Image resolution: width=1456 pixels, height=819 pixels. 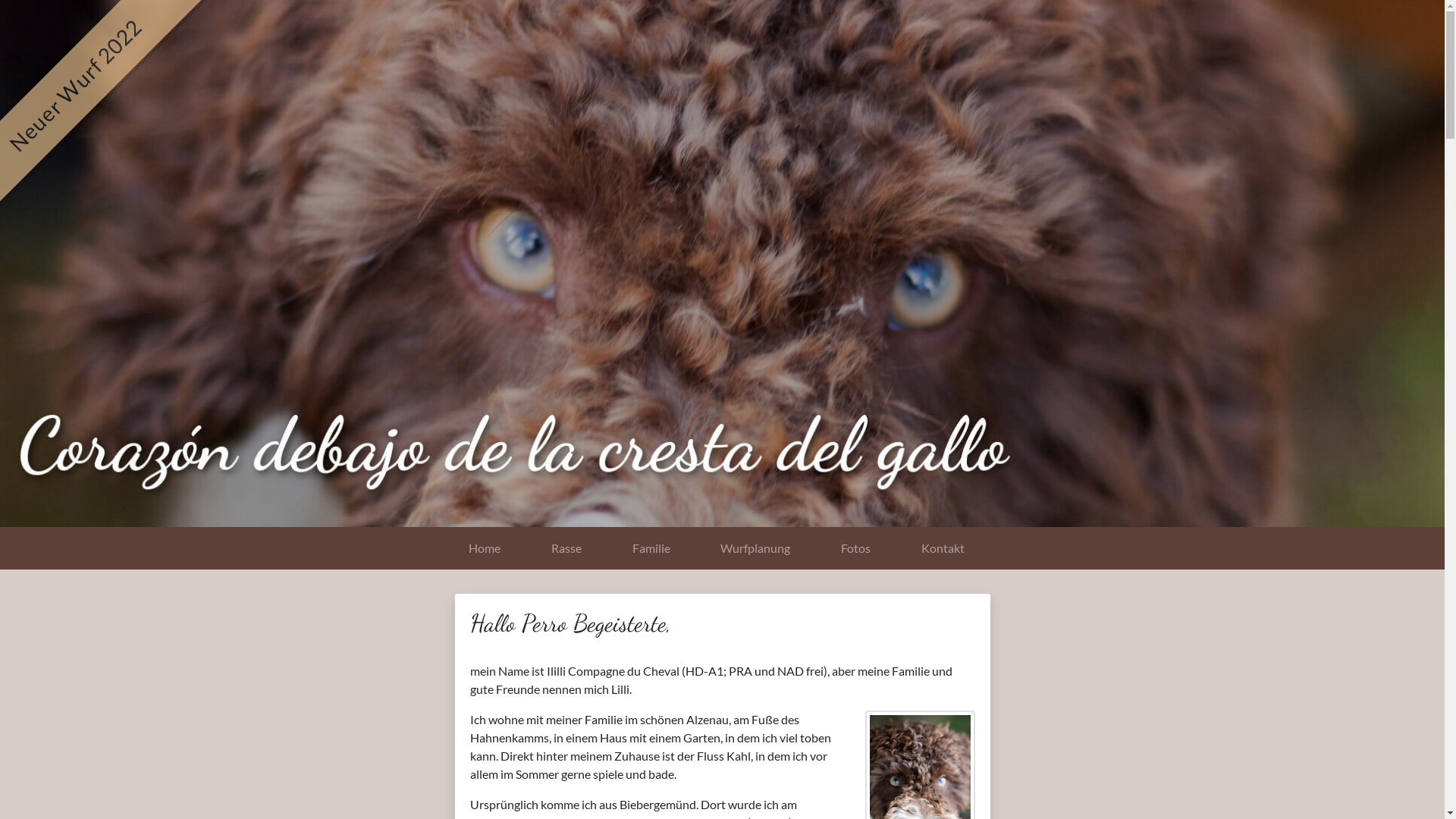 I want to click on 'Wurfplanung', so click(x=694, y=548).